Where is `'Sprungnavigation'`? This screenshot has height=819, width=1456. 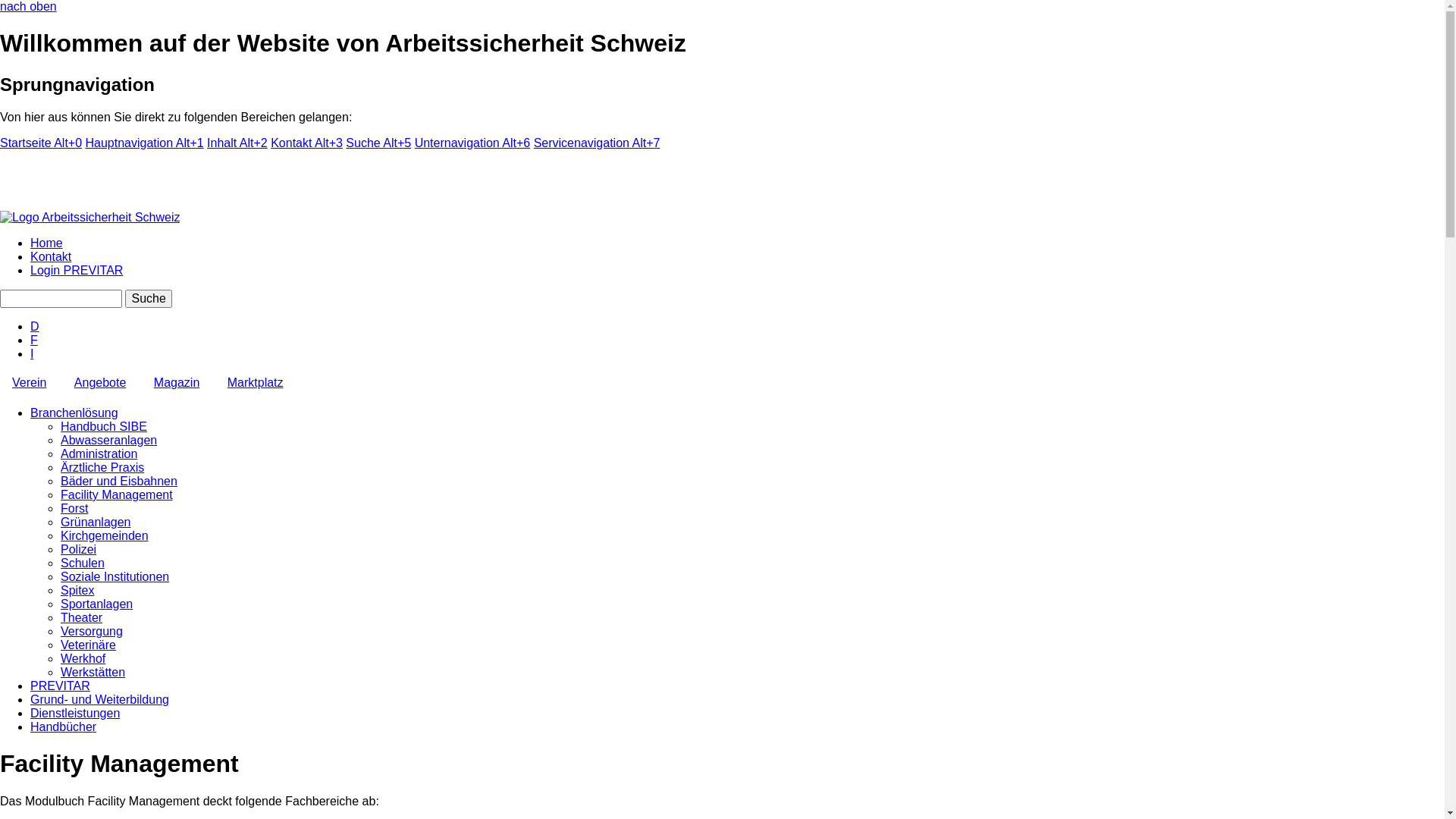
'Sprungnavigation' is located at coordinates (76, 84).